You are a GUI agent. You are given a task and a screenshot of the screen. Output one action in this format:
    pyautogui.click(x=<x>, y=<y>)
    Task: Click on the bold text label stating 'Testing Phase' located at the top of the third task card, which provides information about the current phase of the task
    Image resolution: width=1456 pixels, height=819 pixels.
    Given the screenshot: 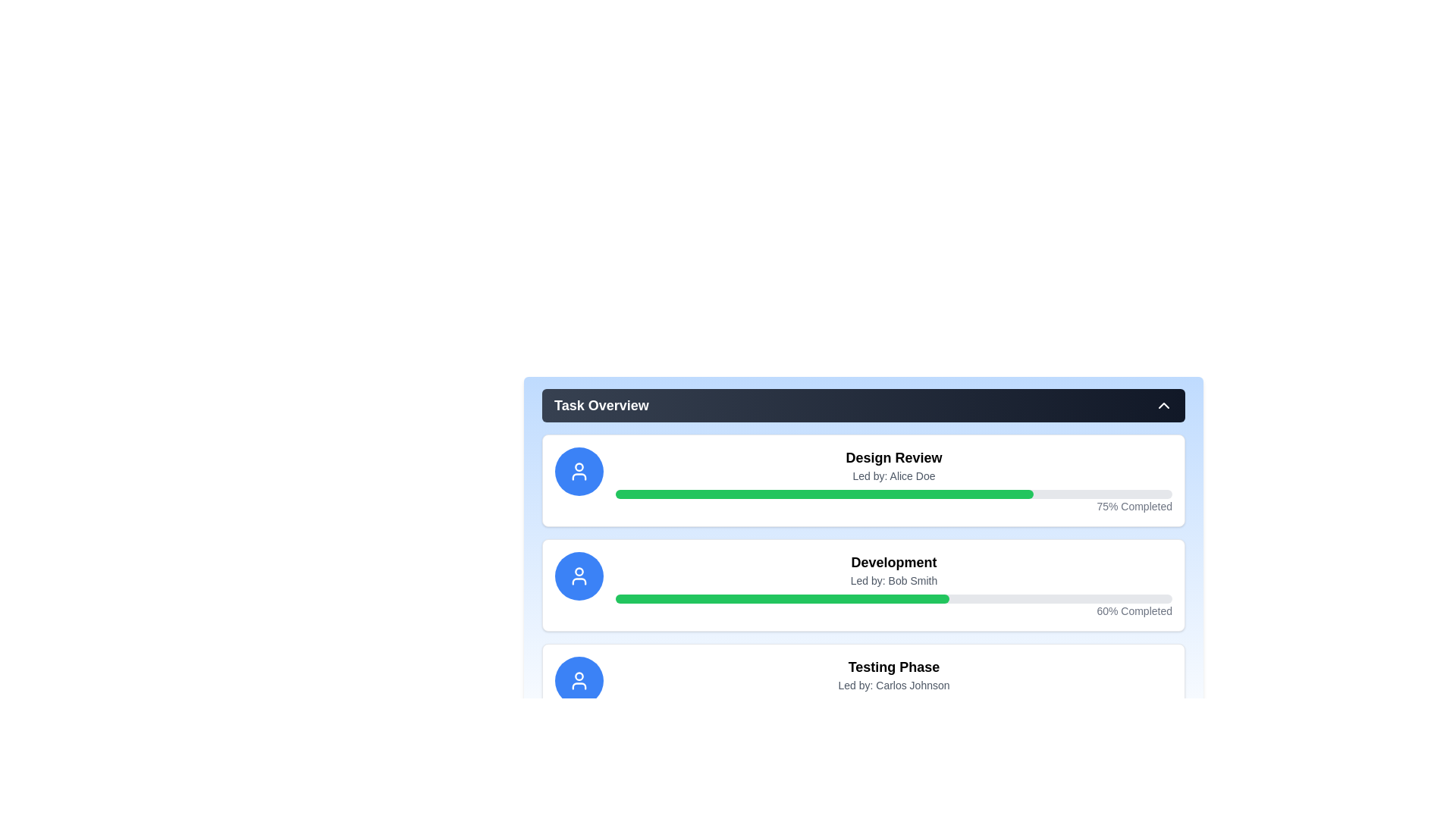 What is the action you would take?
    pyautogui.click(x=894, y=666)
    